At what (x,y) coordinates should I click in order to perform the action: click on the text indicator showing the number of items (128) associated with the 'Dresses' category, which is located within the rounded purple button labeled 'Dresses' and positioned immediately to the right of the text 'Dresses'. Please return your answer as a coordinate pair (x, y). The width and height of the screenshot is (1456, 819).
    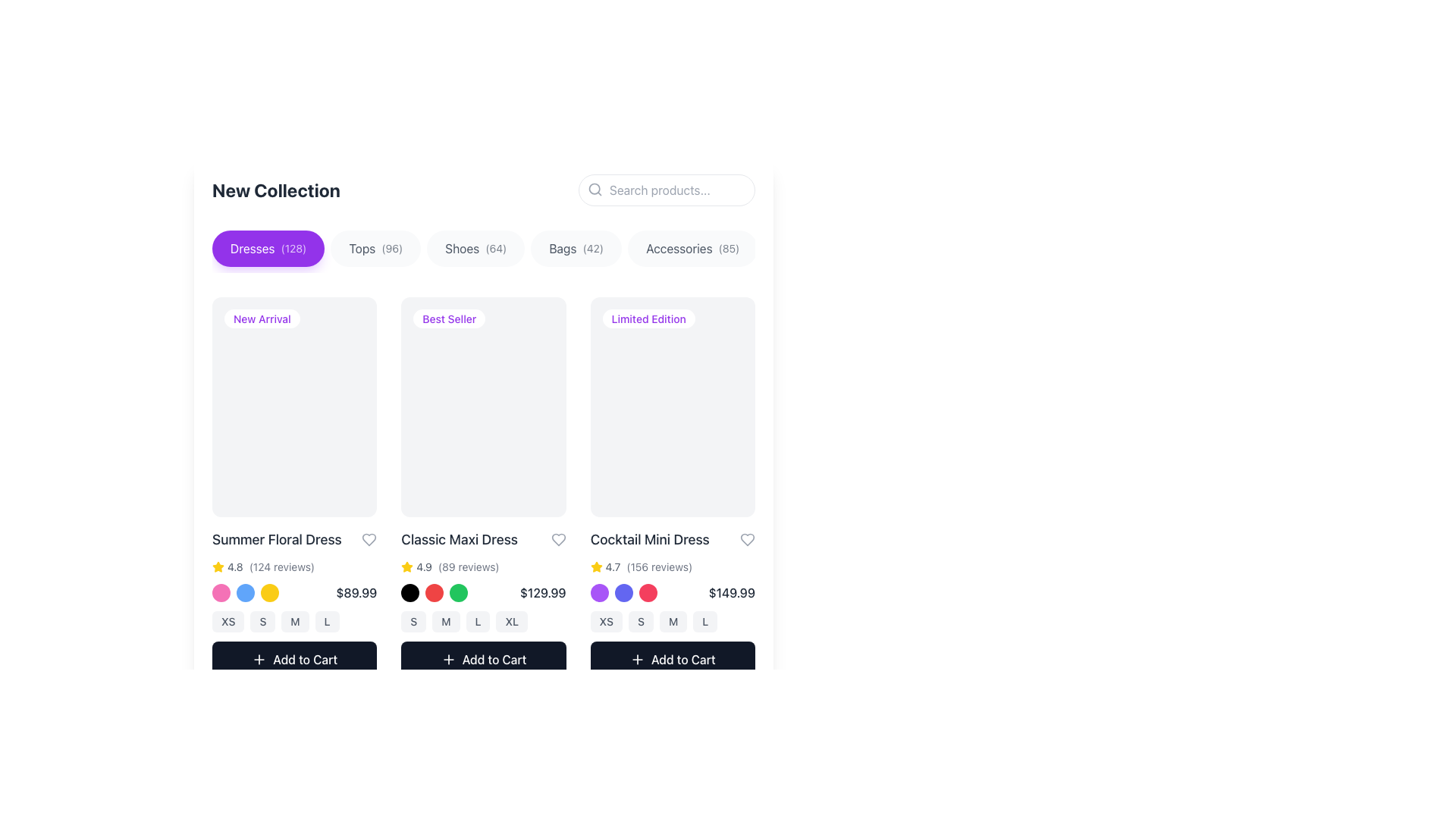
    Looking at the image, I should click on (293, 247).